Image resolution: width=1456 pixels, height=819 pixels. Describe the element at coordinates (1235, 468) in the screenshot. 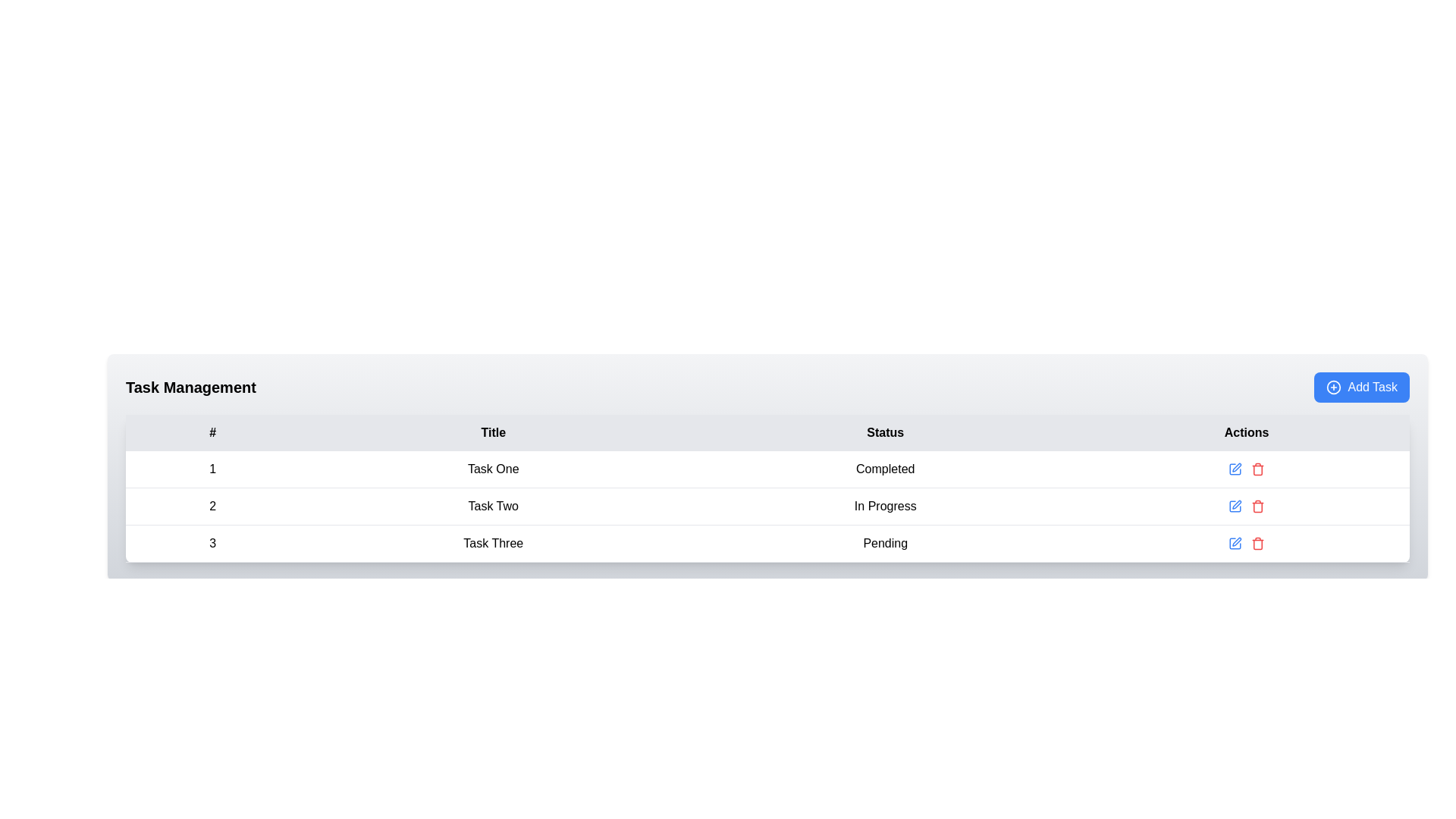

I see `the edit button located in the Actions column of the first row of the task management table to initiate editing` at that location.